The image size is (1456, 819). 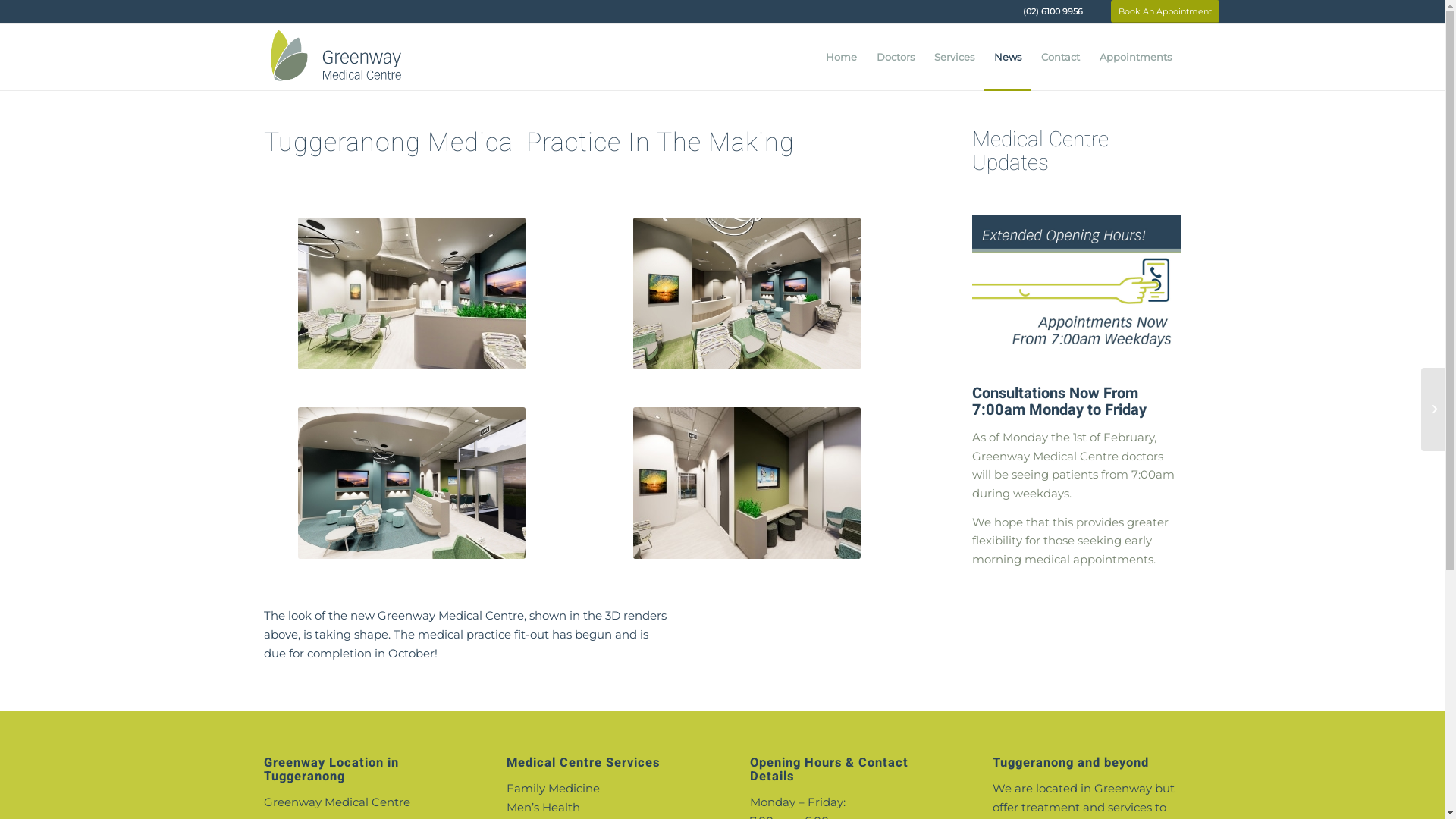 What do you see at coordinates (840, 55) in the screenshot?
I see `'Home'` at bounding box center [840, 55].